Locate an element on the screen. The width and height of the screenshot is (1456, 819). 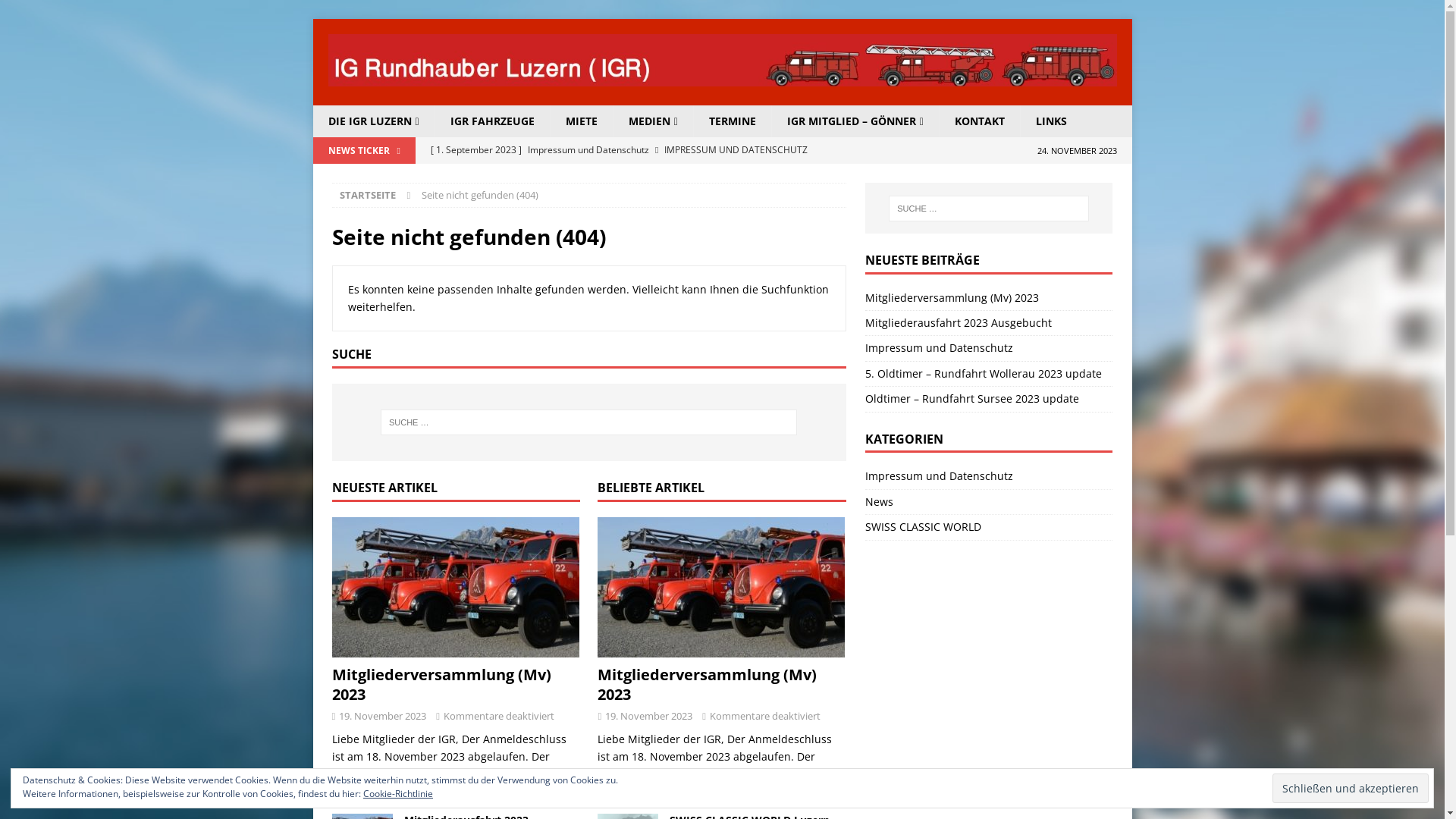
'IGR FAHRZEUGE' is located at coordinates (491, 120).